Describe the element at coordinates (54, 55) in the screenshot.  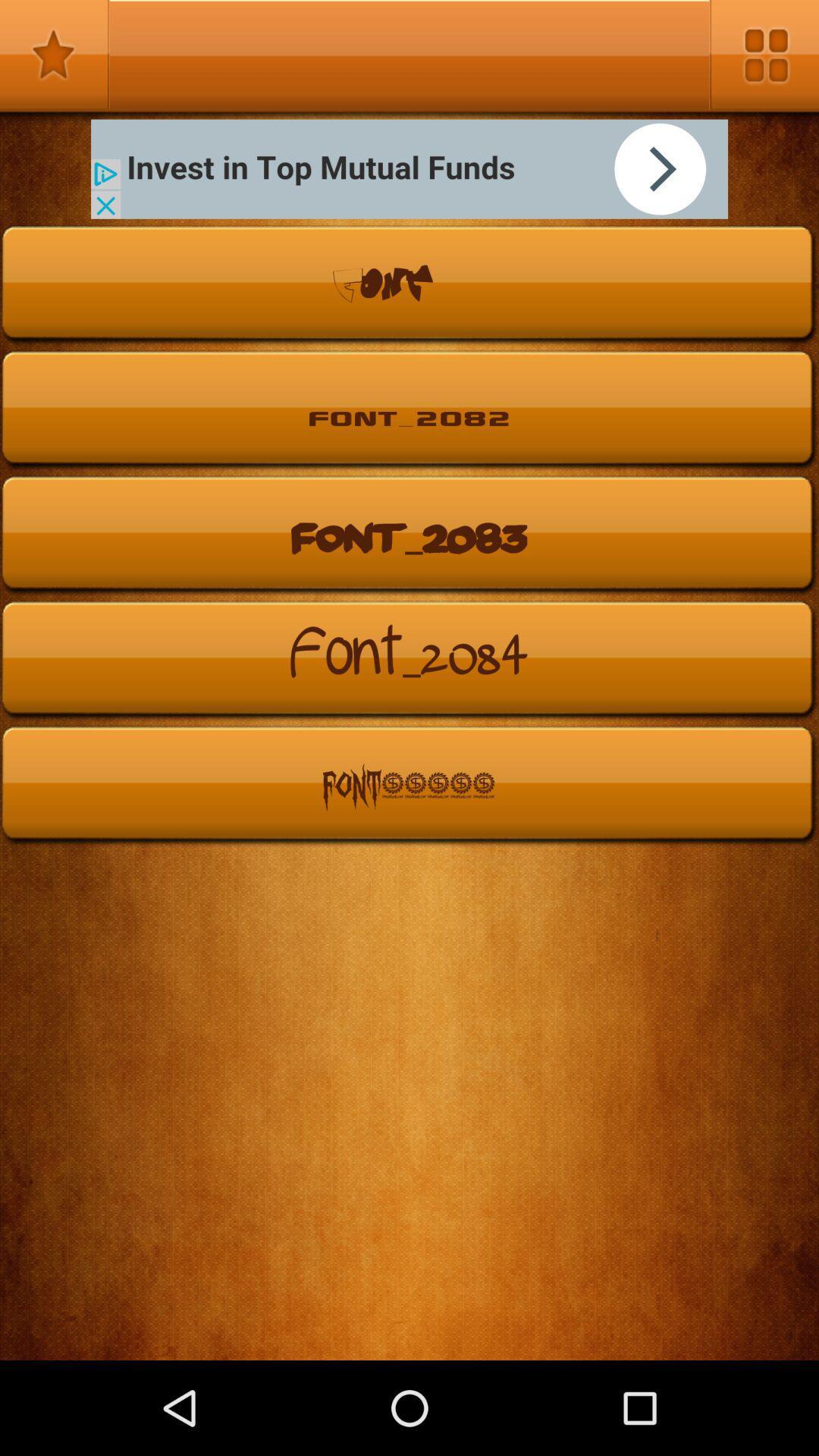
I see `fonts` at that location.